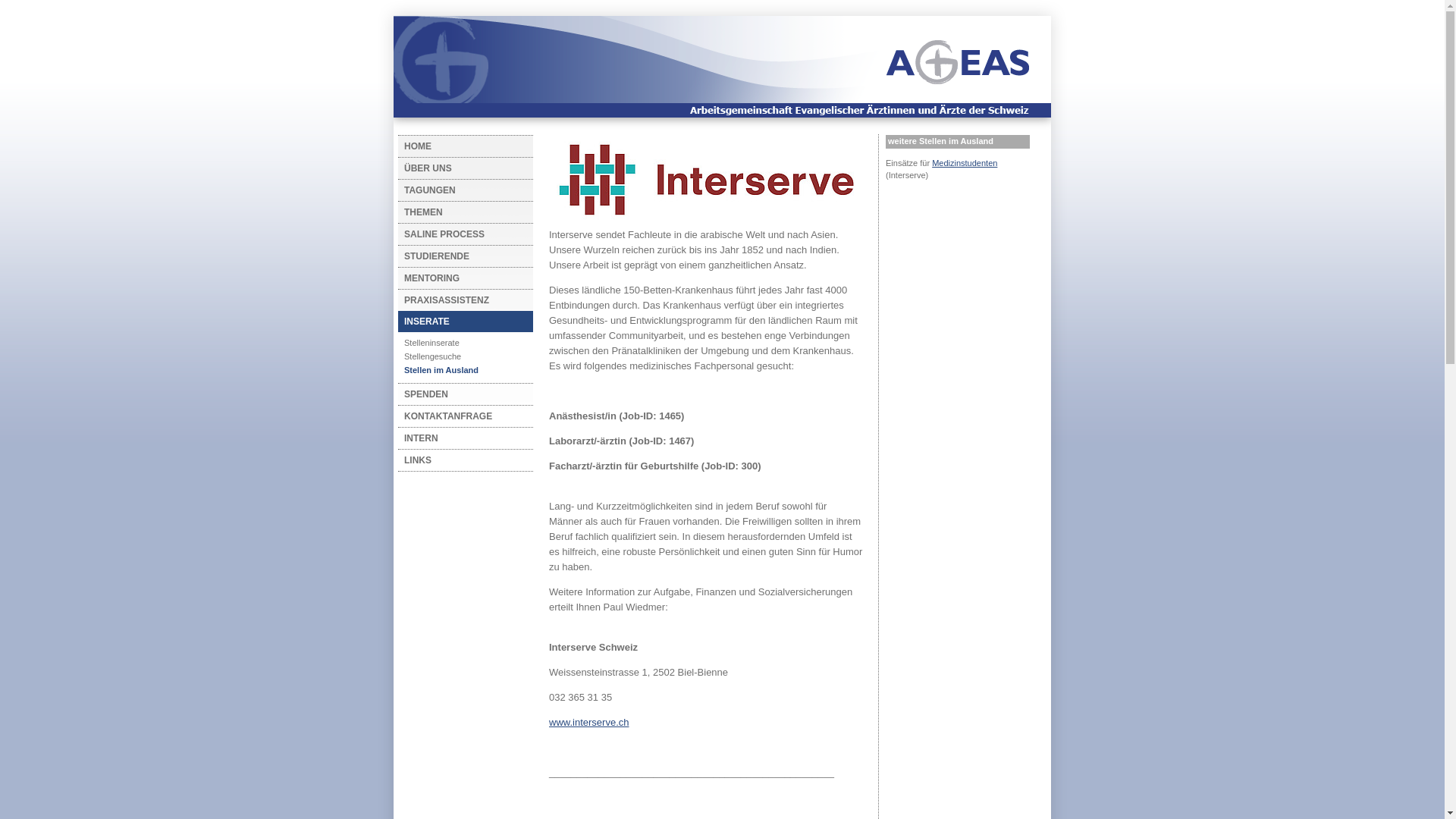 The height and width of the screenshot is (819, 1456). I want to click on 'KONTAKTANFRAGE', so click(460, 416).